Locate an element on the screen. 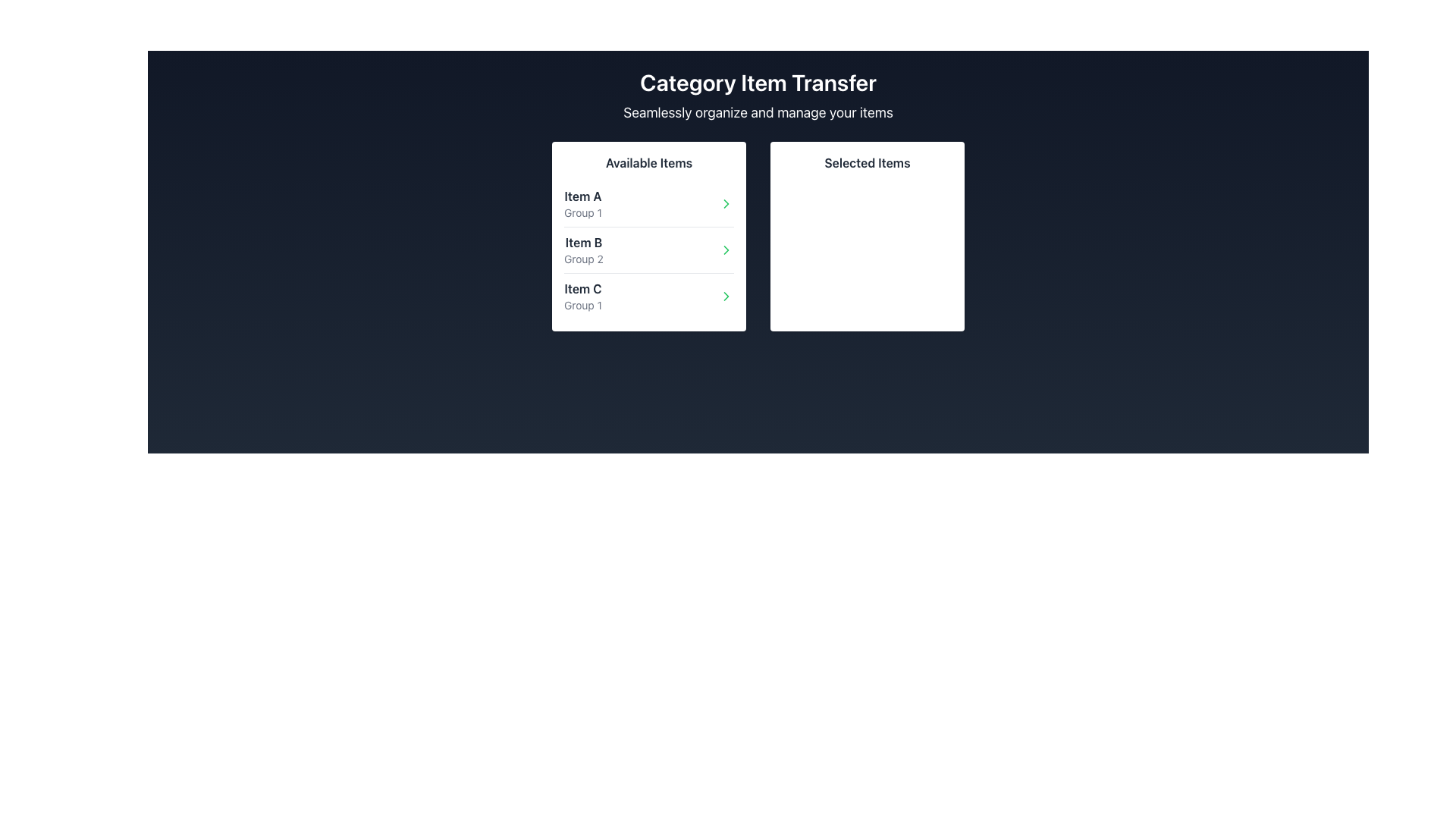 The height and width of the screenshot is (819, 1456). to select or interact with the row containing 'Item B' in 'Group 2' from the list of available items is located at coordinates (648, 249).